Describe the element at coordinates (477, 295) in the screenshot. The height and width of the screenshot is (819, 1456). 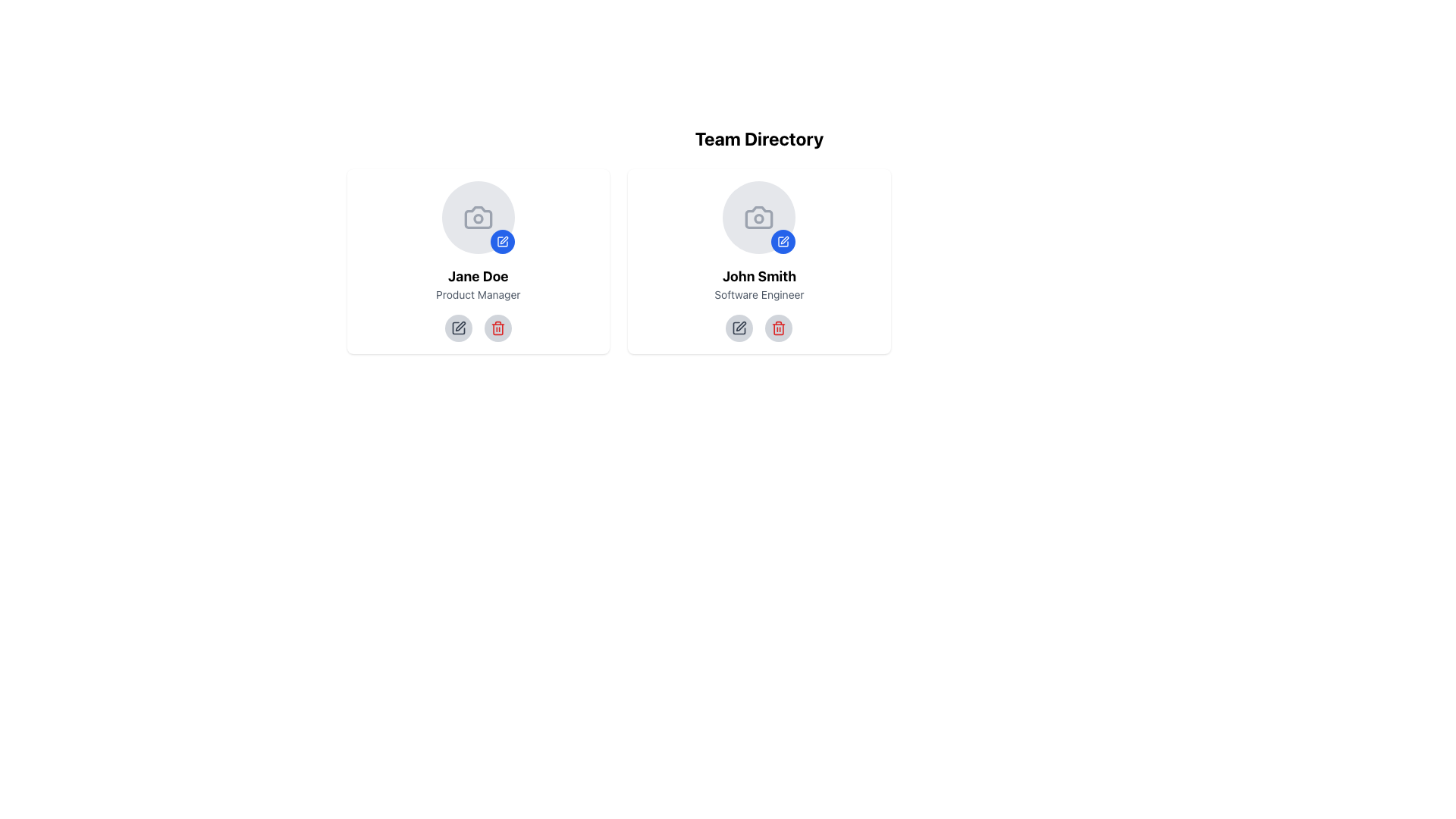
I see `the text label containing 'Product Manager', which is styled in gray and located beneath 'Jane Doe' within a card layout` at that location.